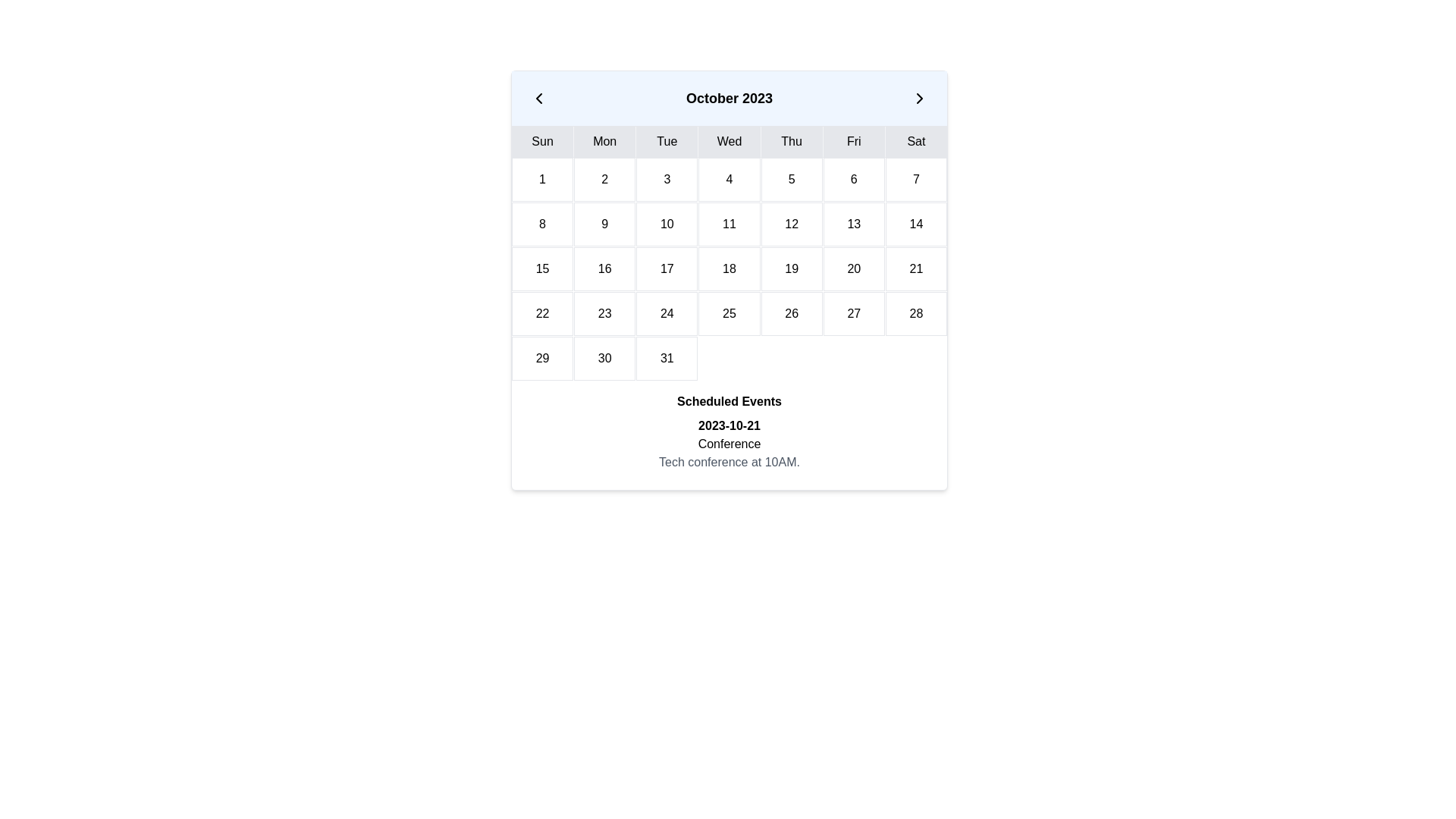  What do you see at coordinates (667, 224) in the screenshot?
I see `the Calendar Day Cell displaying the number '10' in the second row and third column of the calendar` at bounding box center [667, 224].